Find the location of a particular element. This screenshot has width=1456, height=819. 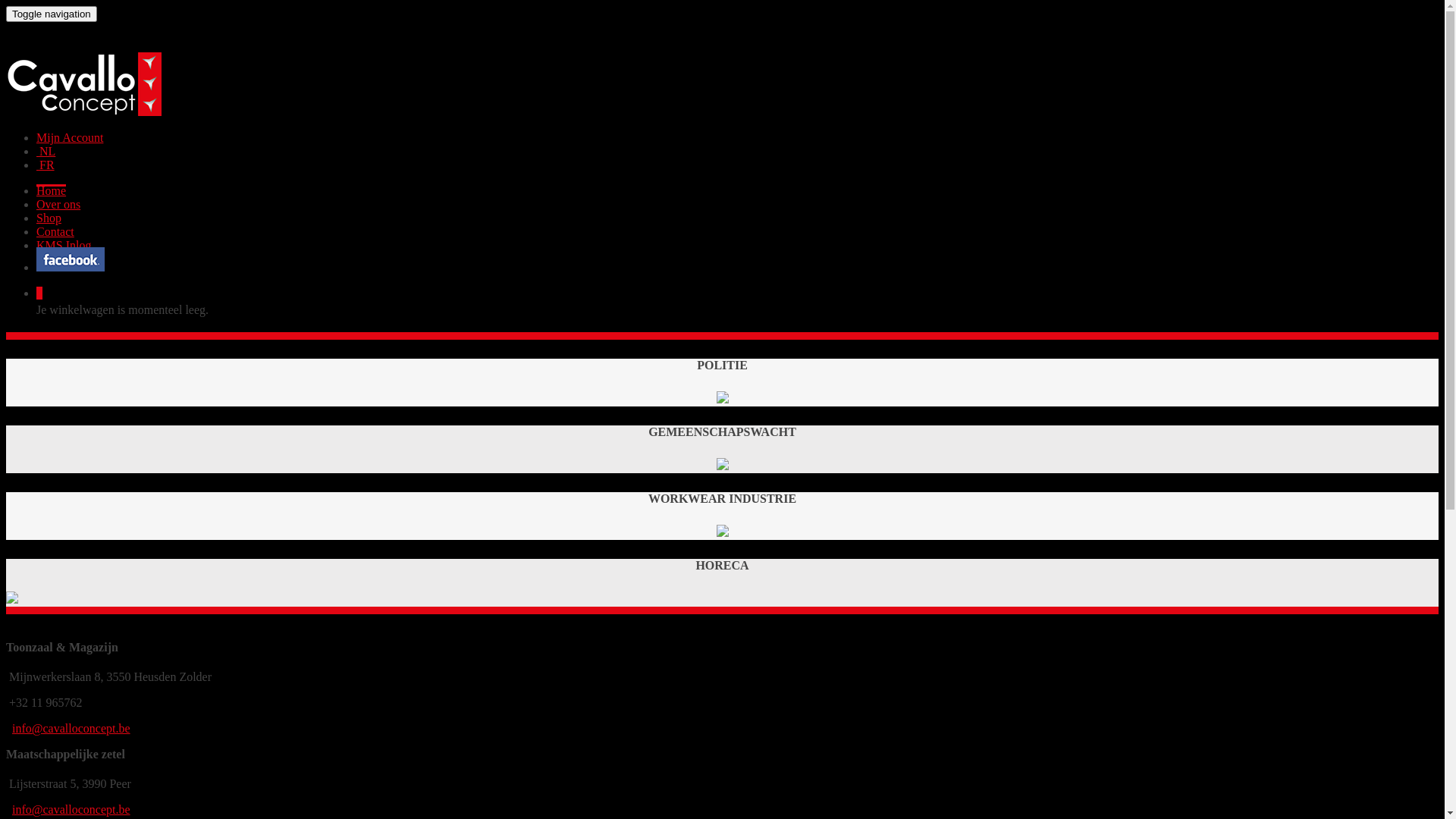

'Toggle navigation' is located at coordinates (51, 14).